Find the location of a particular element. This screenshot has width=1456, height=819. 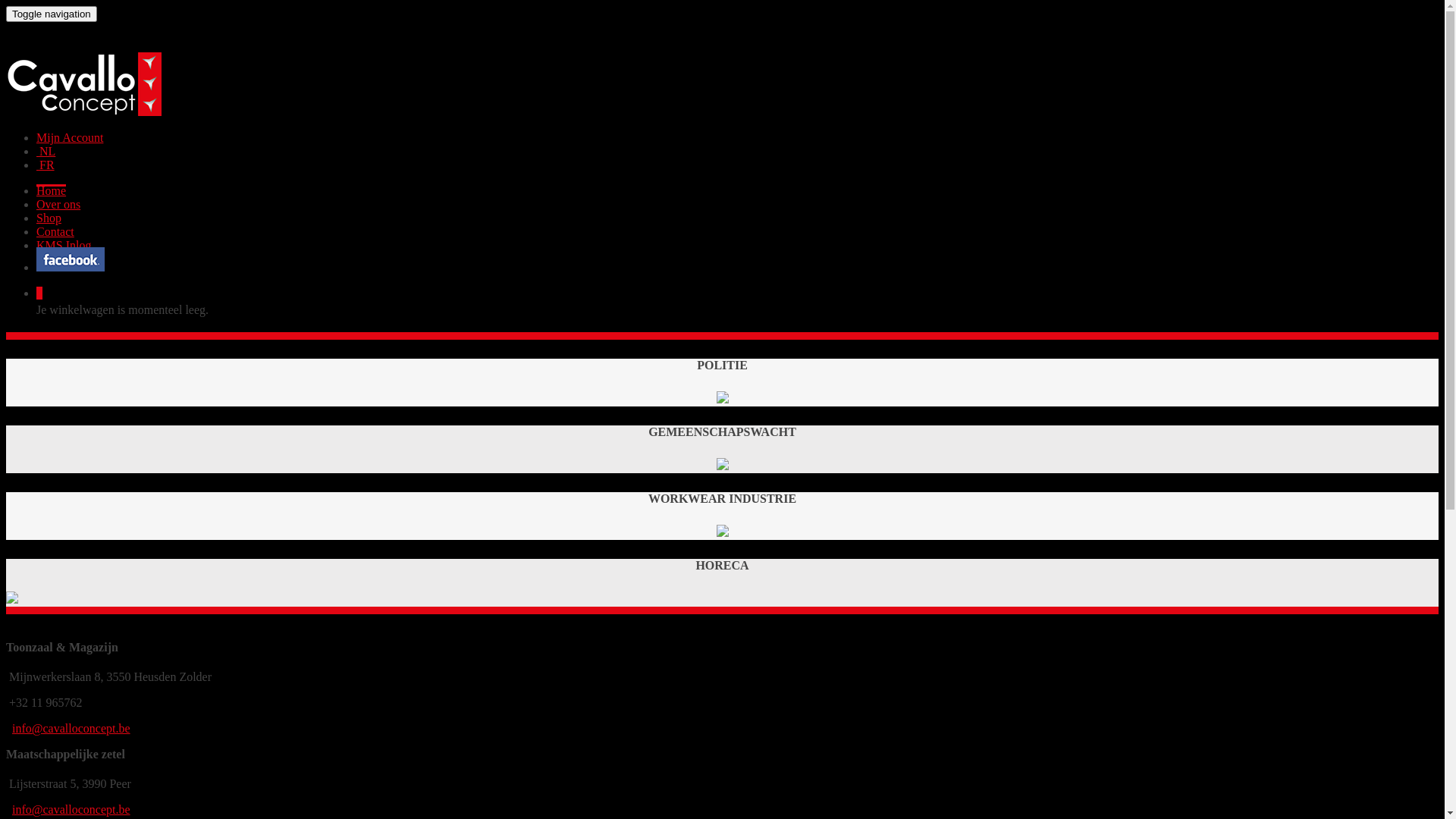

'Toggle navigation' is located at coordinates (51, 14).